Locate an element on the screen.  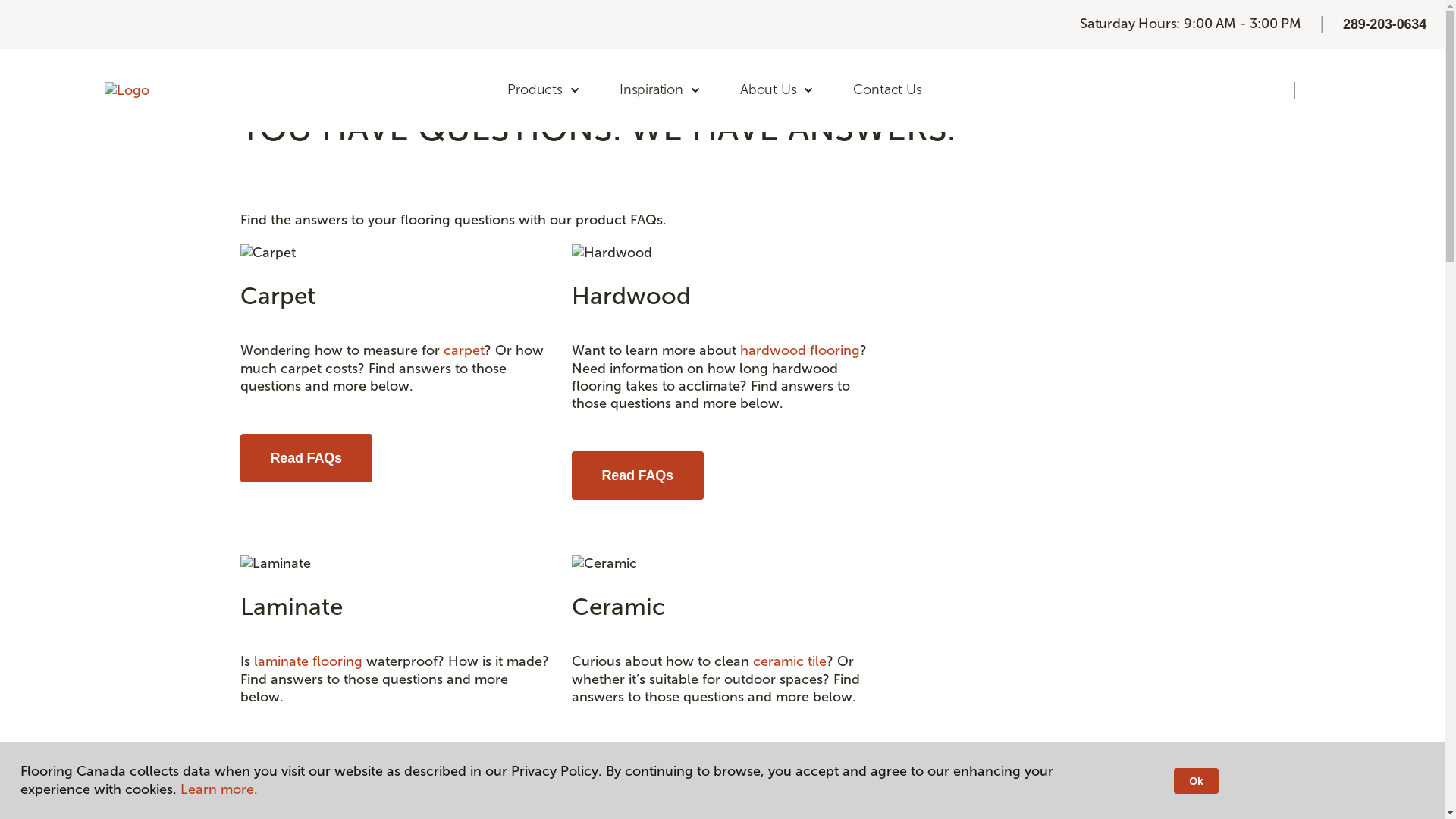
'About Us' is located at coordinates (777, 90).